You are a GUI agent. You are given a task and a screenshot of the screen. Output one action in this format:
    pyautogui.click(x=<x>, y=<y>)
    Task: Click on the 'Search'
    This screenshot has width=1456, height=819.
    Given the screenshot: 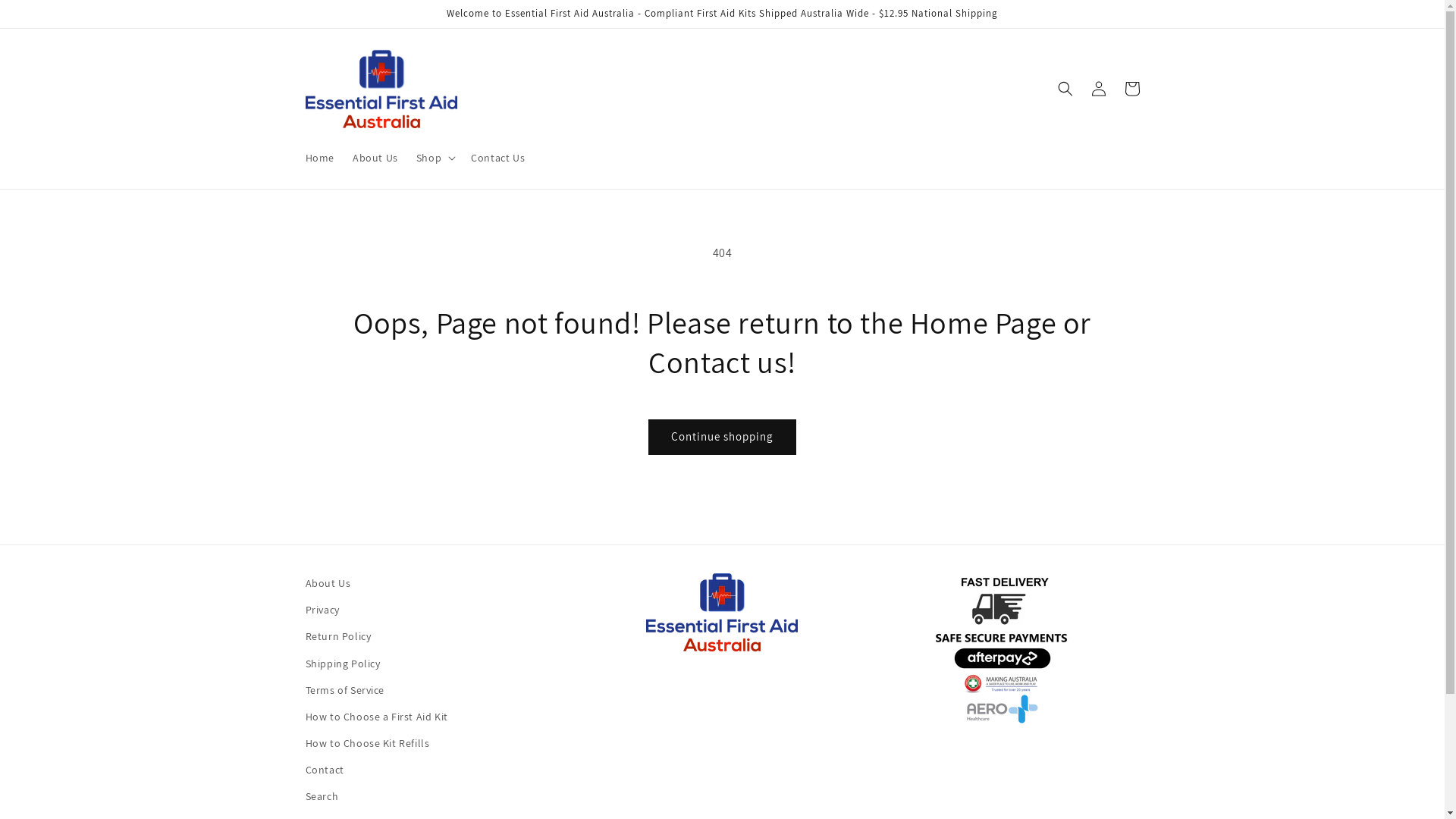 What is the action you would take?
    pyautogui.click(x=320, y=795)
    